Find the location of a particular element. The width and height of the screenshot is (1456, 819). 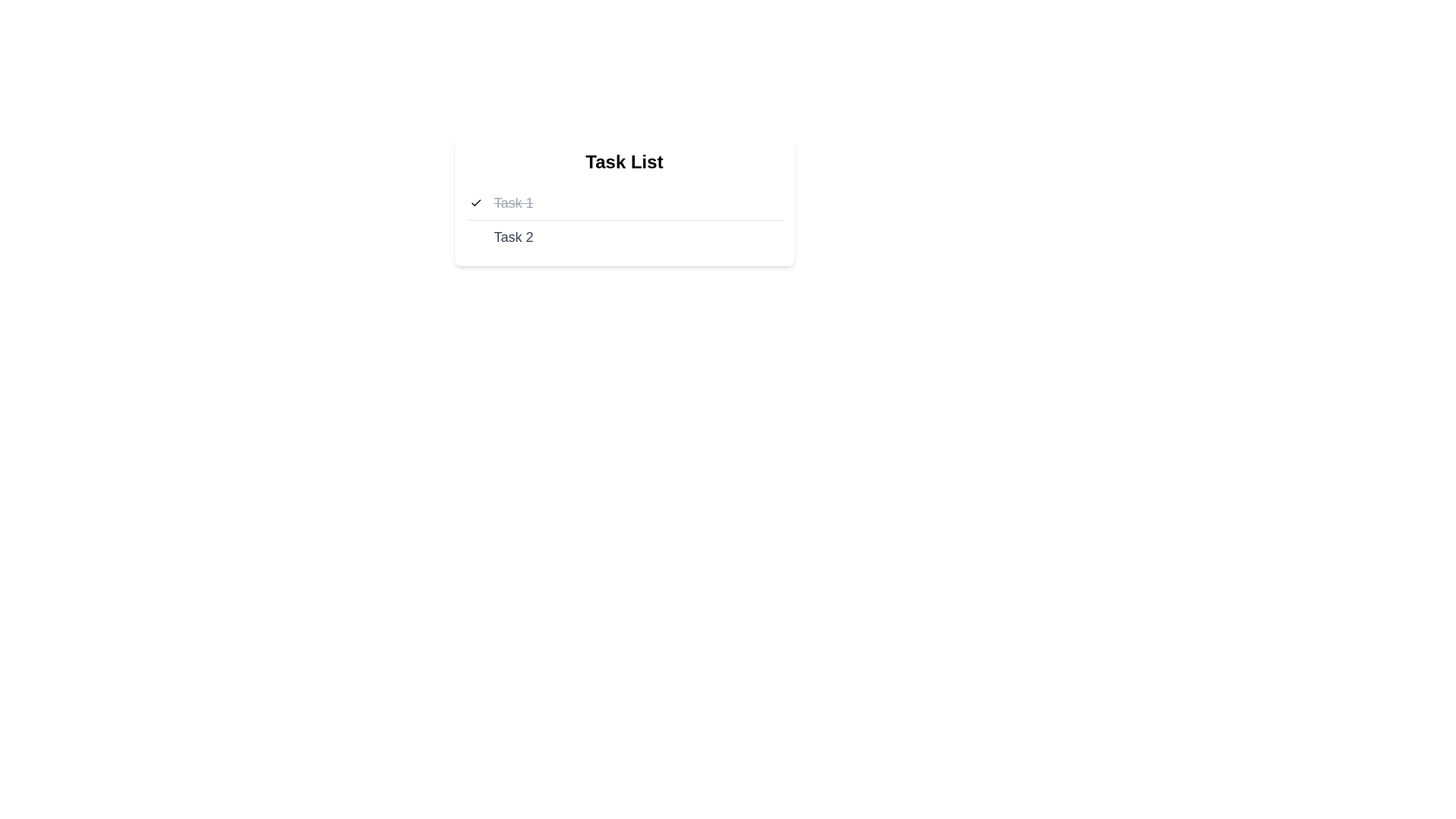

the text label that represents the title of the second task item in the task list, located below 'Task 1' is located at coordinates (513, 237).